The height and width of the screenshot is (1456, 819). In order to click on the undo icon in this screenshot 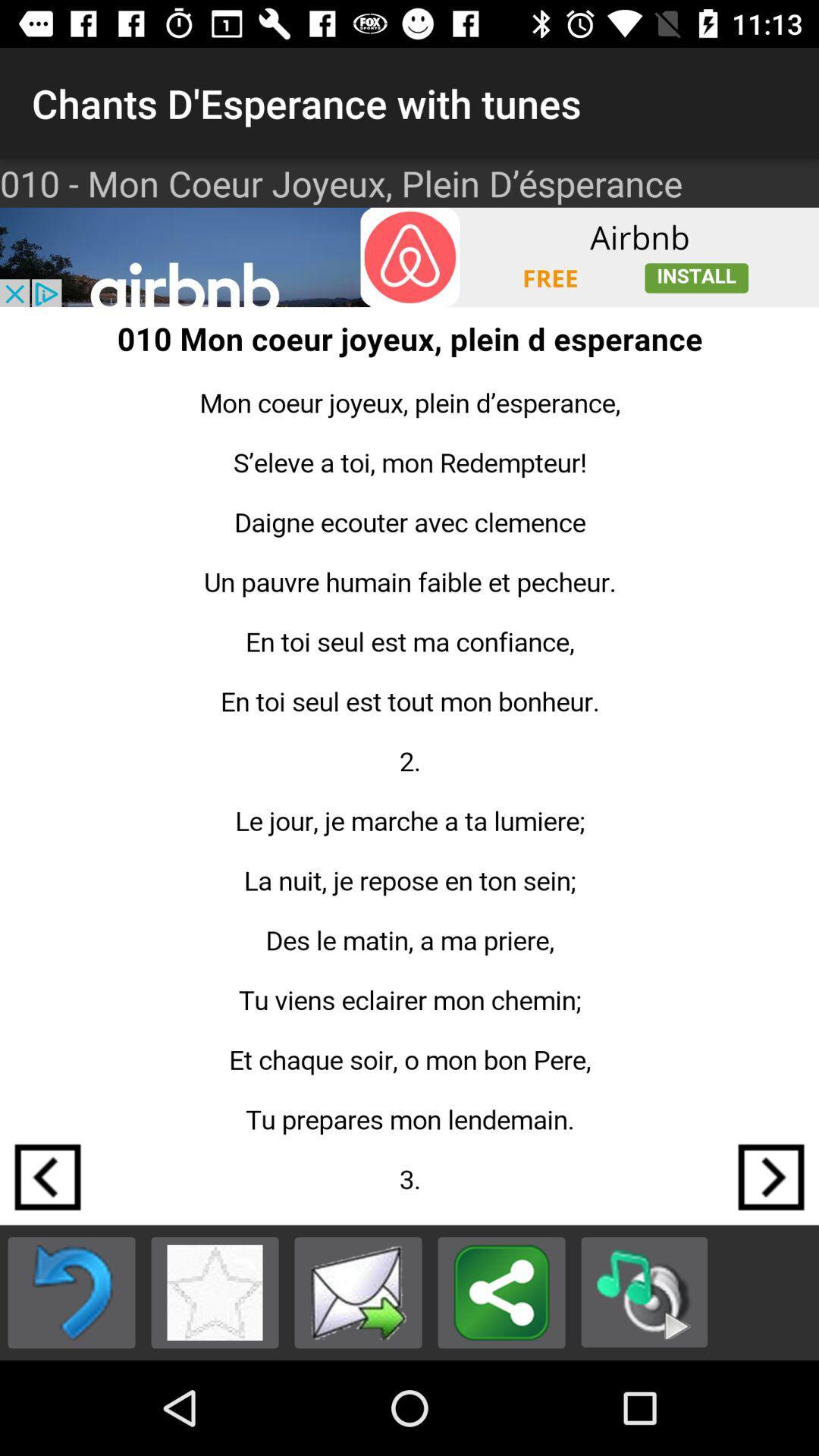, I will do `click(71, 1291)`.